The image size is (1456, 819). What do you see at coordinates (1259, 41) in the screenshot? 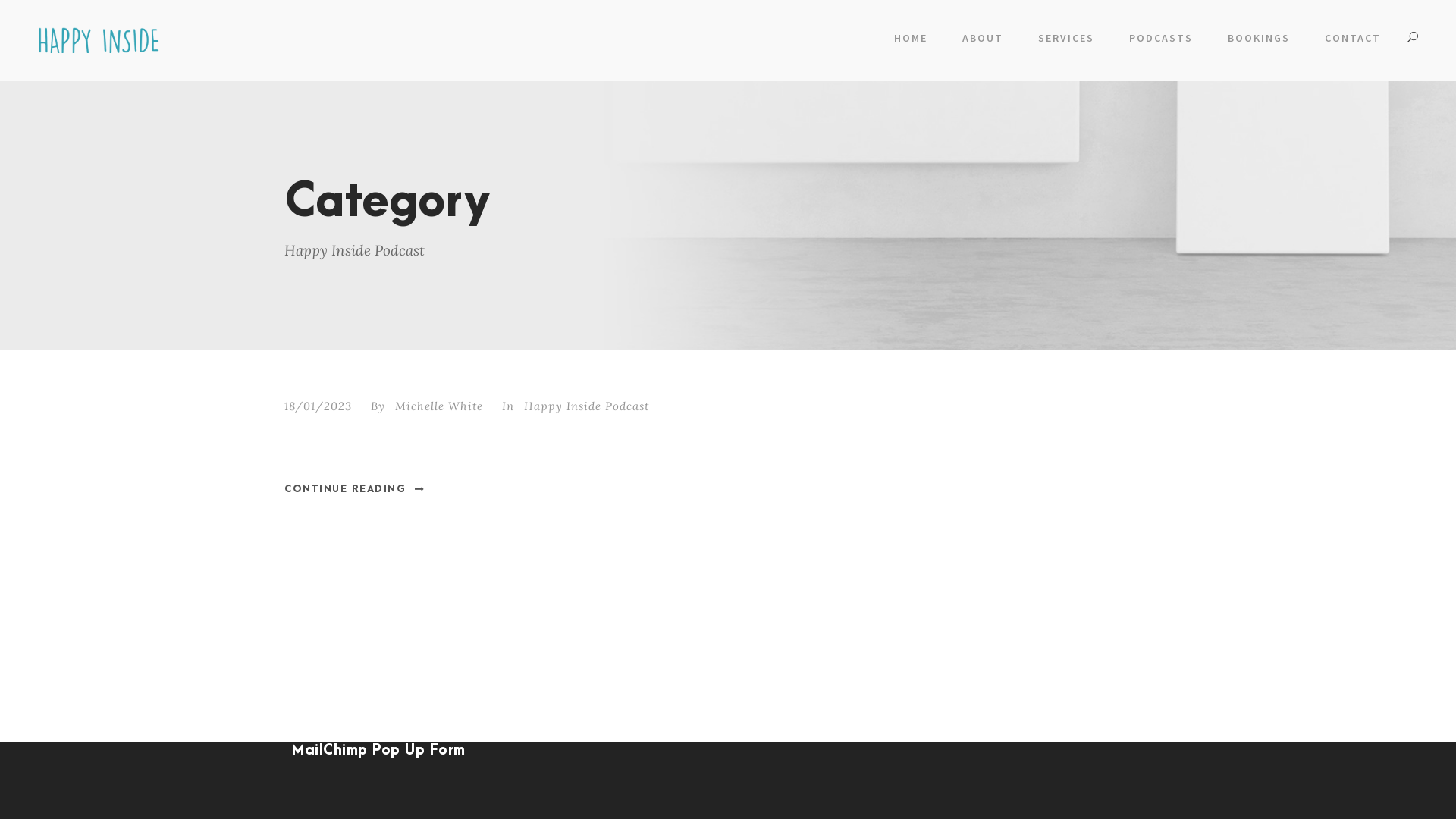
I see `'BOOKINGS'` at bounding box center [1259, 41].